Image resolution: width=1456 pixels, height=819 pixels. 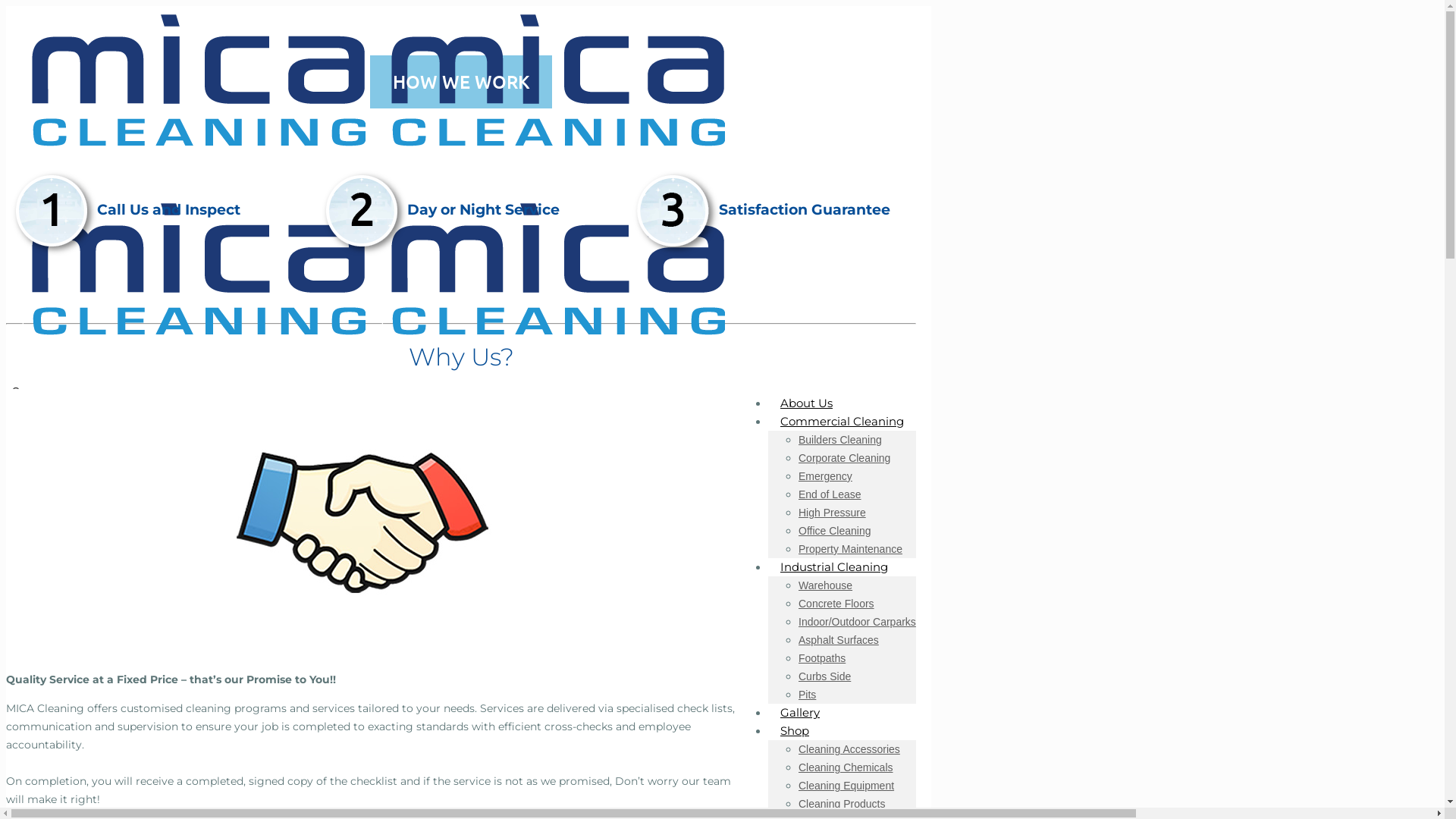 What do you see at coordinates (833, 529) in the screenshot?
I see `'Office Cleaning'` at bounding box center [833, 529].